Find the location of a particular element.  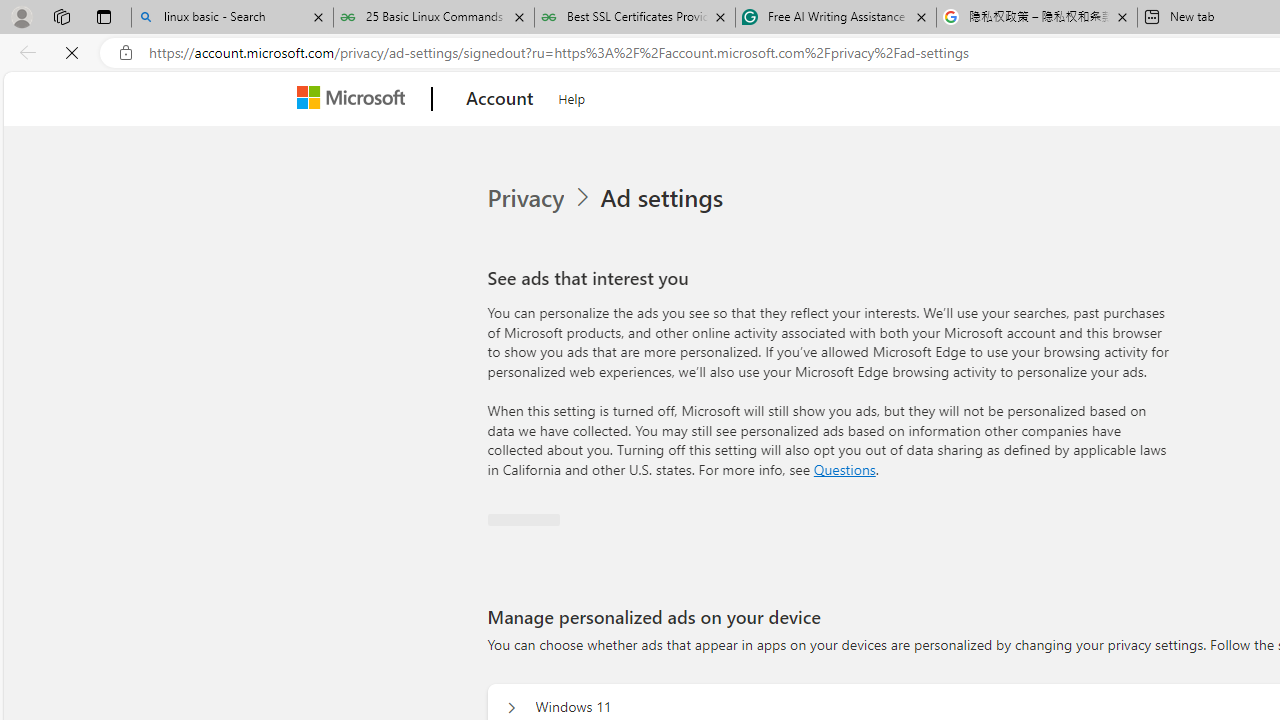

'Free AI Writing Assistance for Students | Grammarly' is located at coordinates (835, 17).